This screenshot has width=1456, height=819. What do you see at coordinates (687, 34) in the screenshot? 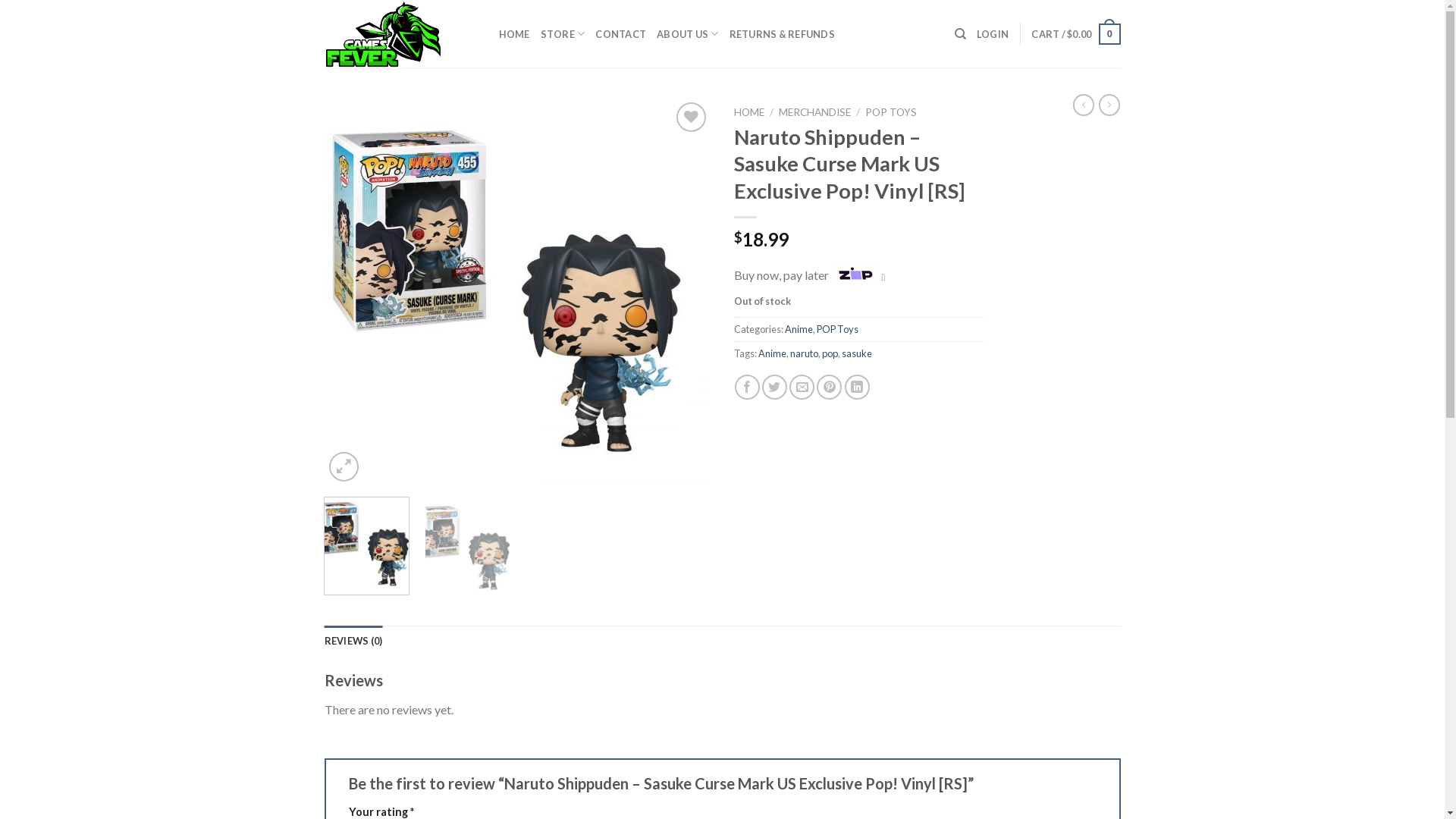
I see `'ABOUT US'` at bounding box center [687, 34].